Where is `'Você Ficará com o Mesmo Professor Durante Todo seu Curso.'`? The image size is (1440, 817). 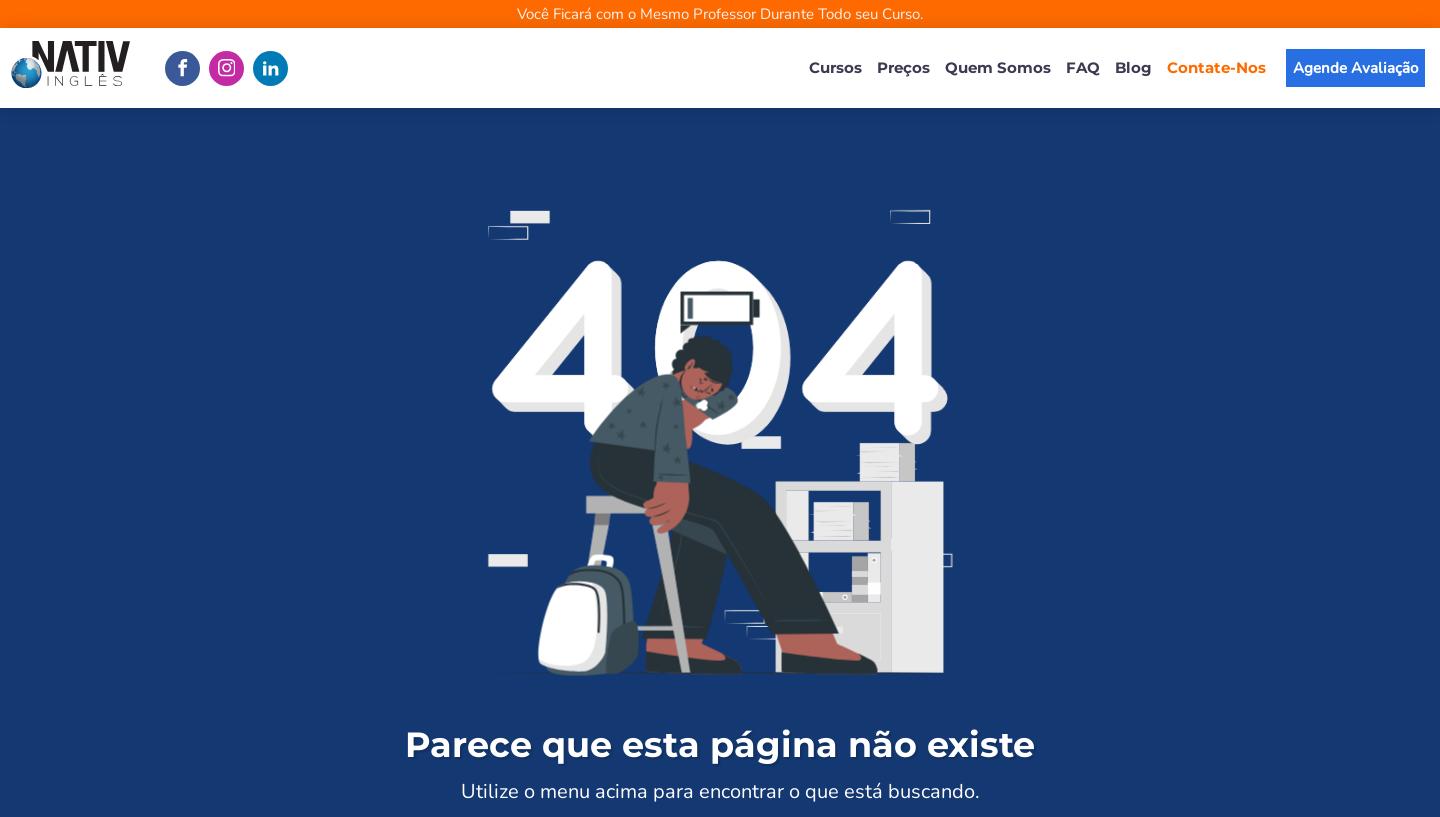 'Você Ficará com o Mesmo Professor Durante Todo seu Curso.' is located at coordinates (720, 12).